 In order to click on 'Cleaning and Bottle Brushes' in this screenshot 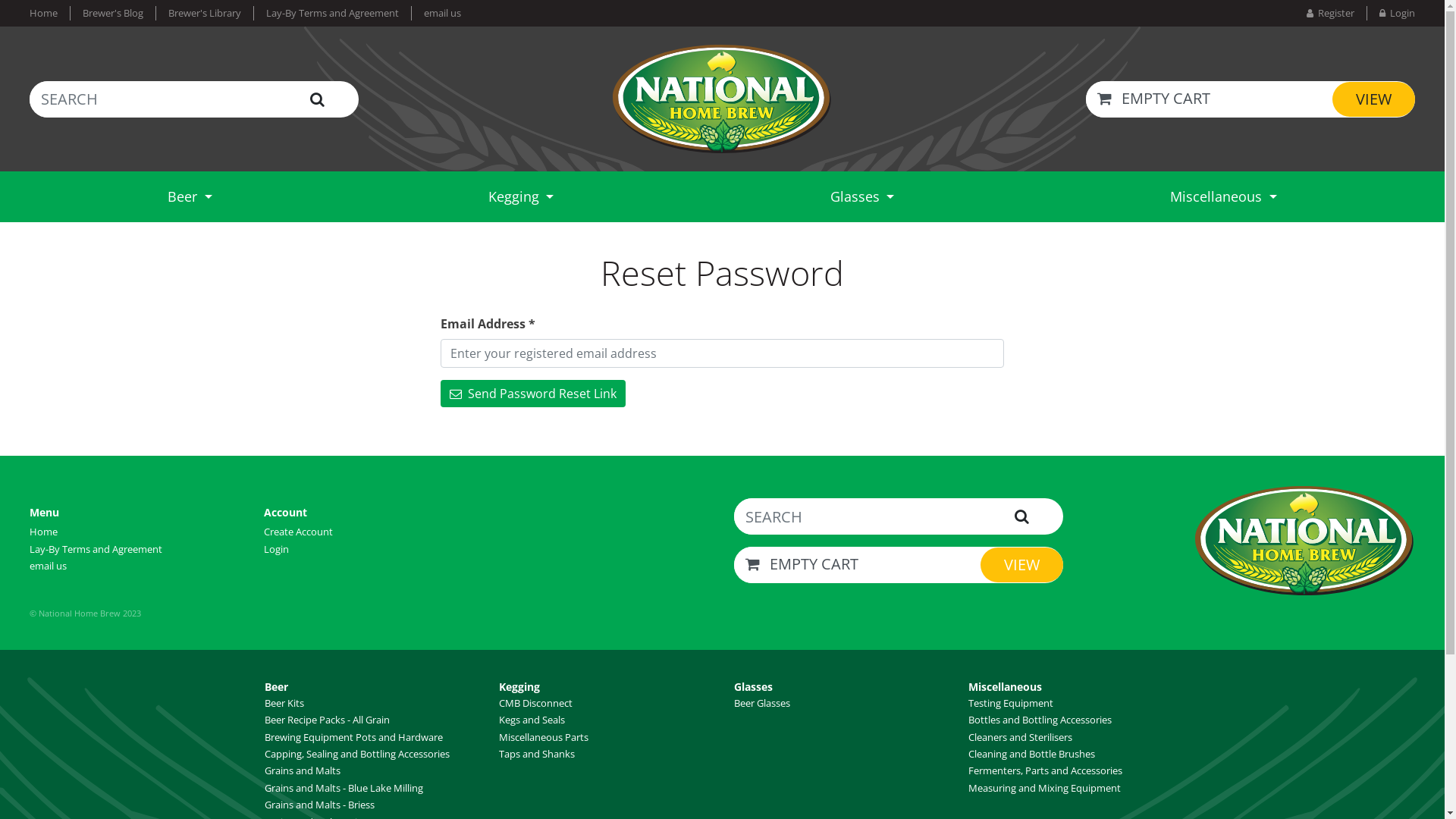, I will do `click(1031, 754)`.